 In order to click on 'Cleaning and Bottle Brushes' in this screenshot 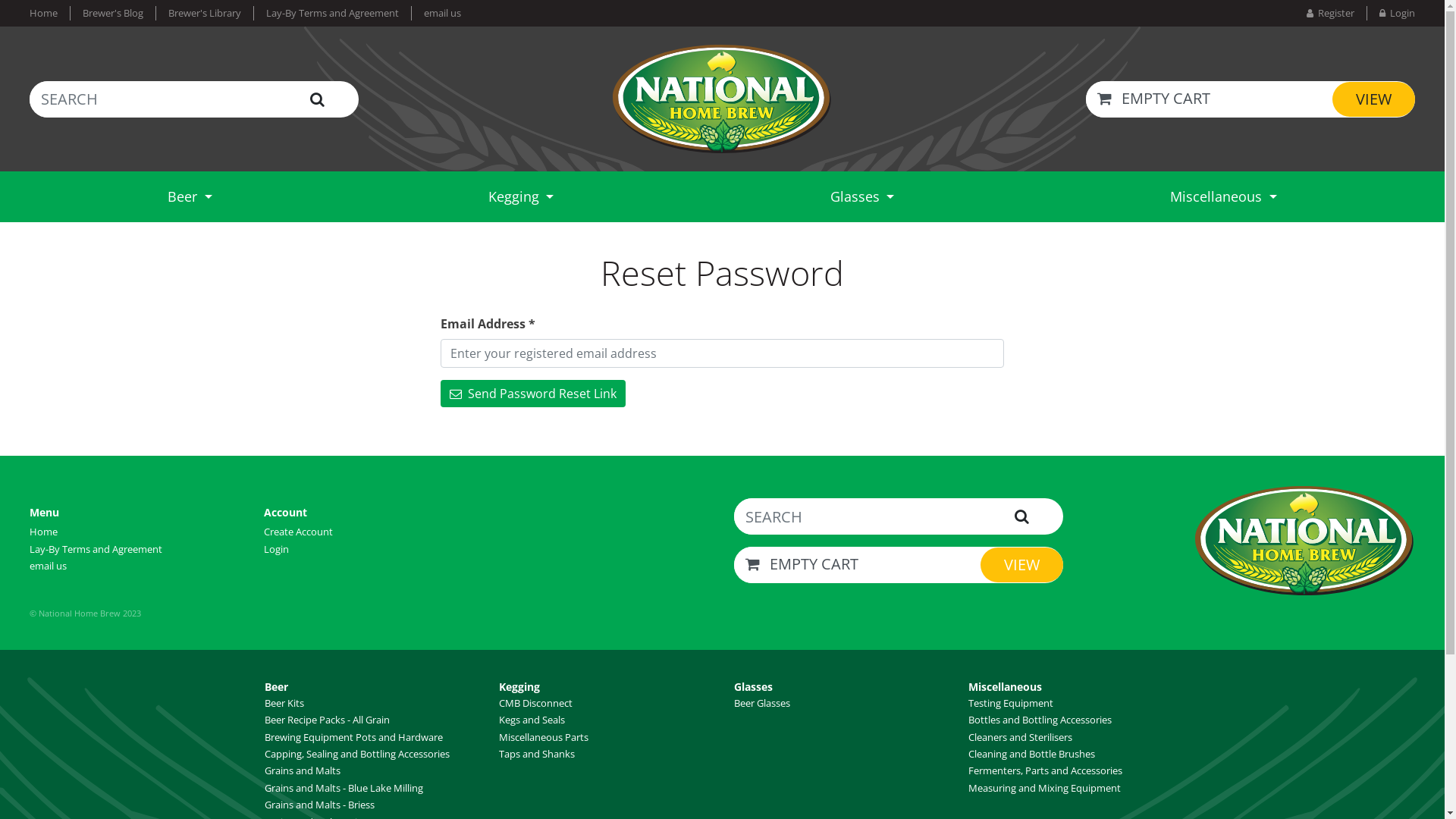, I will do `click(1031, 754)`.